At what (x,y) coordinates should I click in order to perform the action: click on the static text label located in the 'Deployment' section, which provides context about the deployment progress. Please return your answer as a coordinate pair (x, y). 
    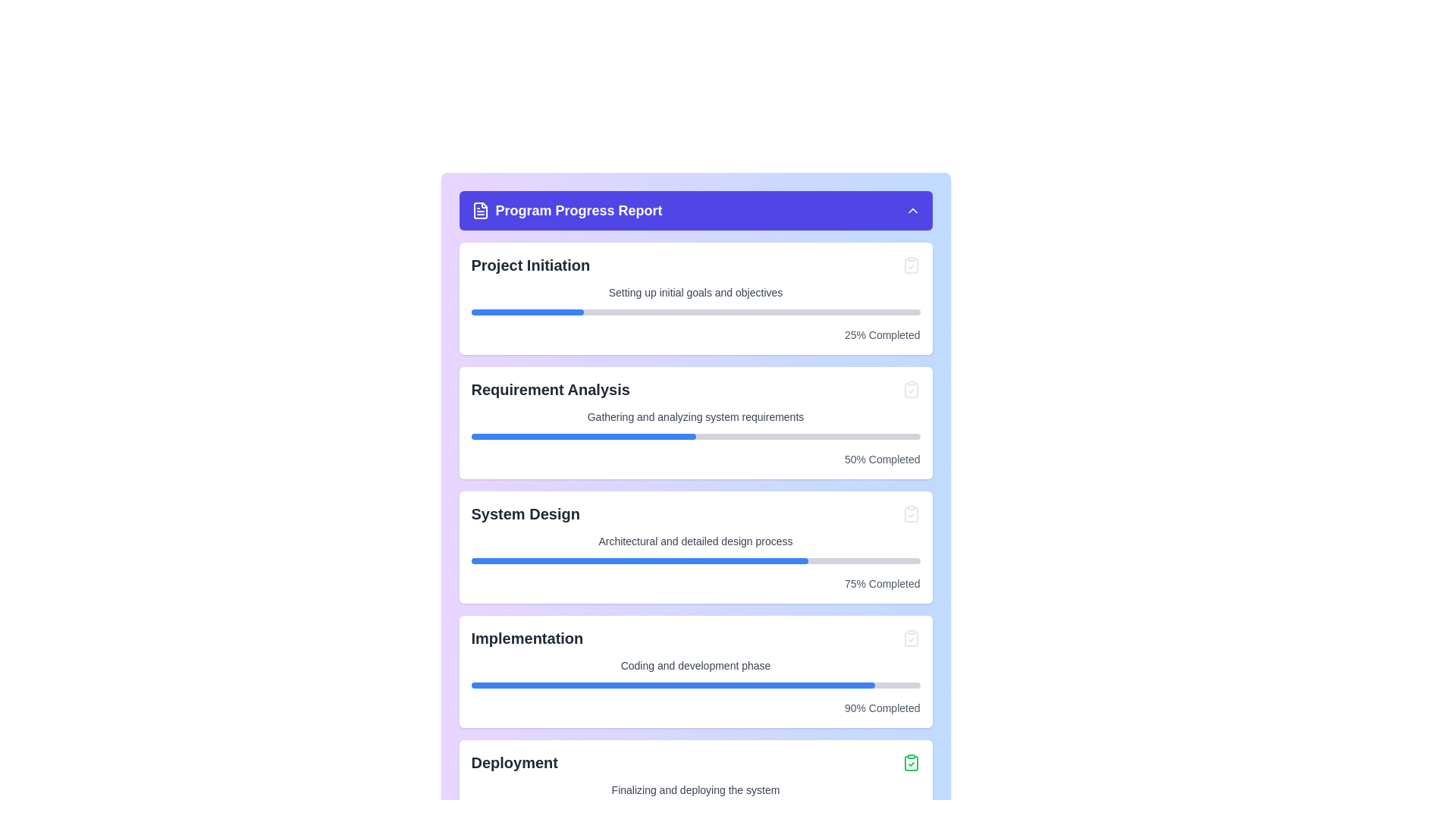
    Looking at the image, I should click on (695, 789).